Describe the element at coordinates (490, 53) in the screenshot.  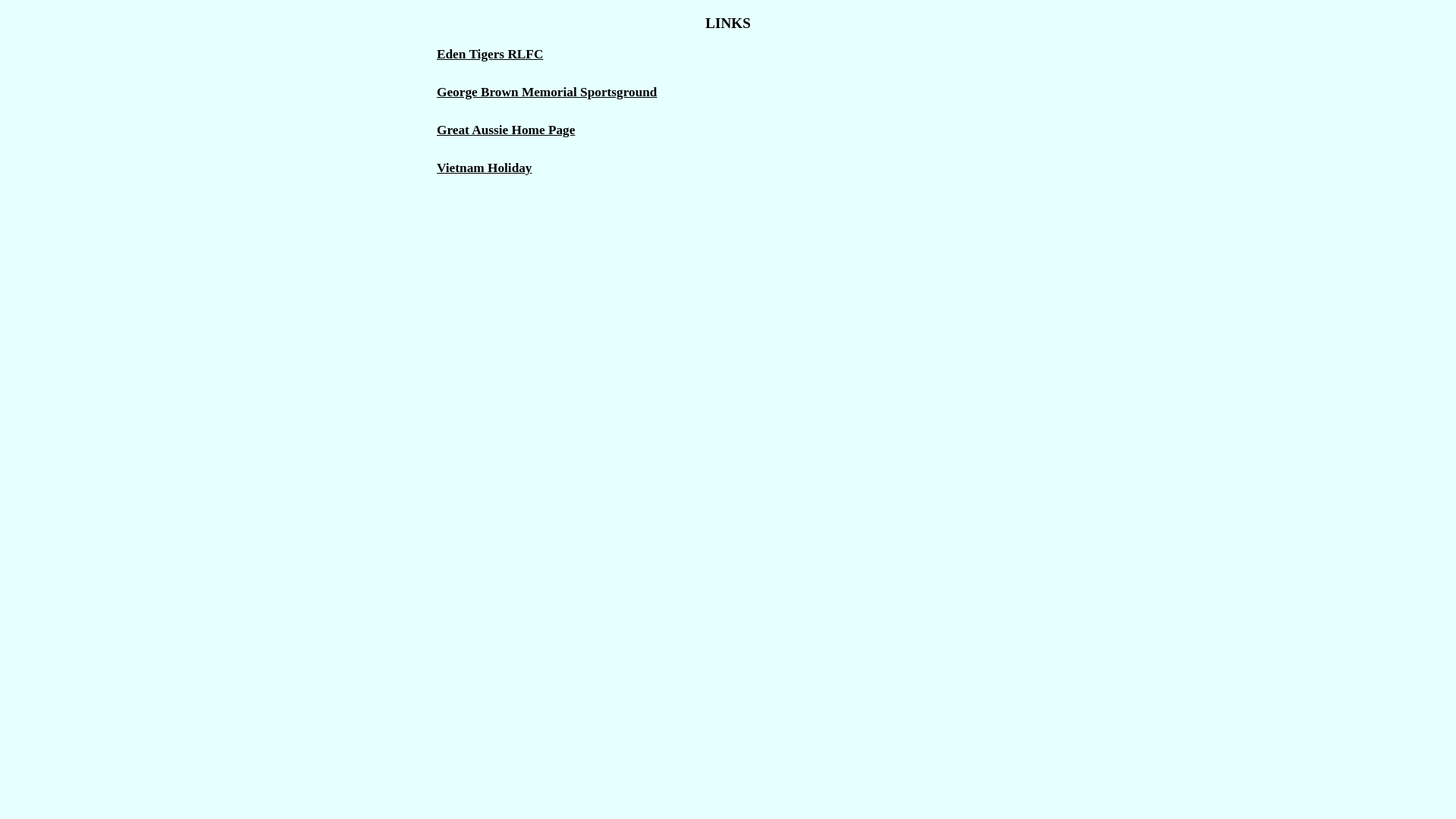
I see `'Eden Tigers RLFC'` at that location.